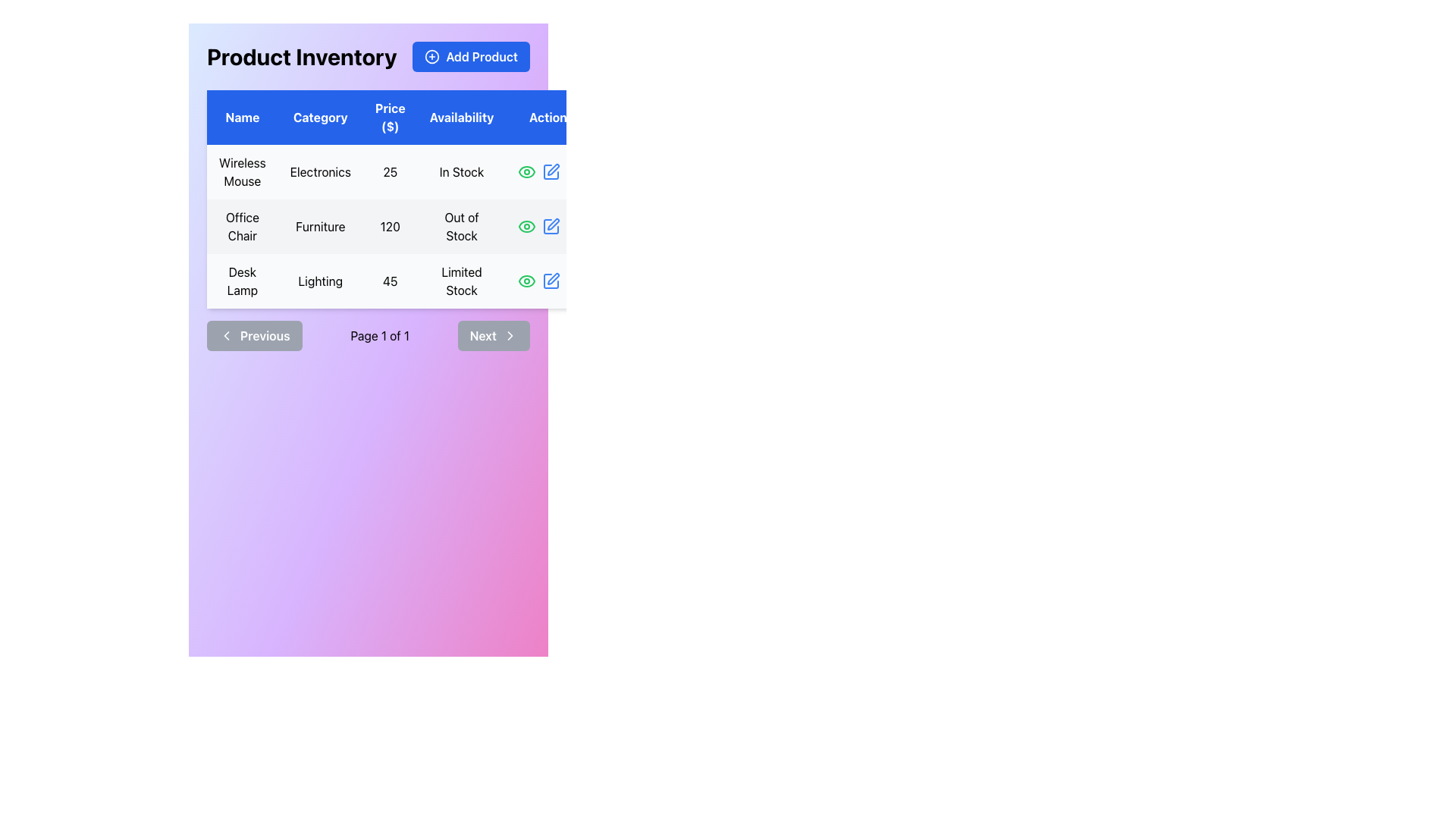 This screenshot has width=1456, height=819. What do you see at coordinates (552, 224) in the screenshot?
I see `the curved pen-like icon located in the Action column of the second table row to initiate editing` at bounding box center [552, 224].